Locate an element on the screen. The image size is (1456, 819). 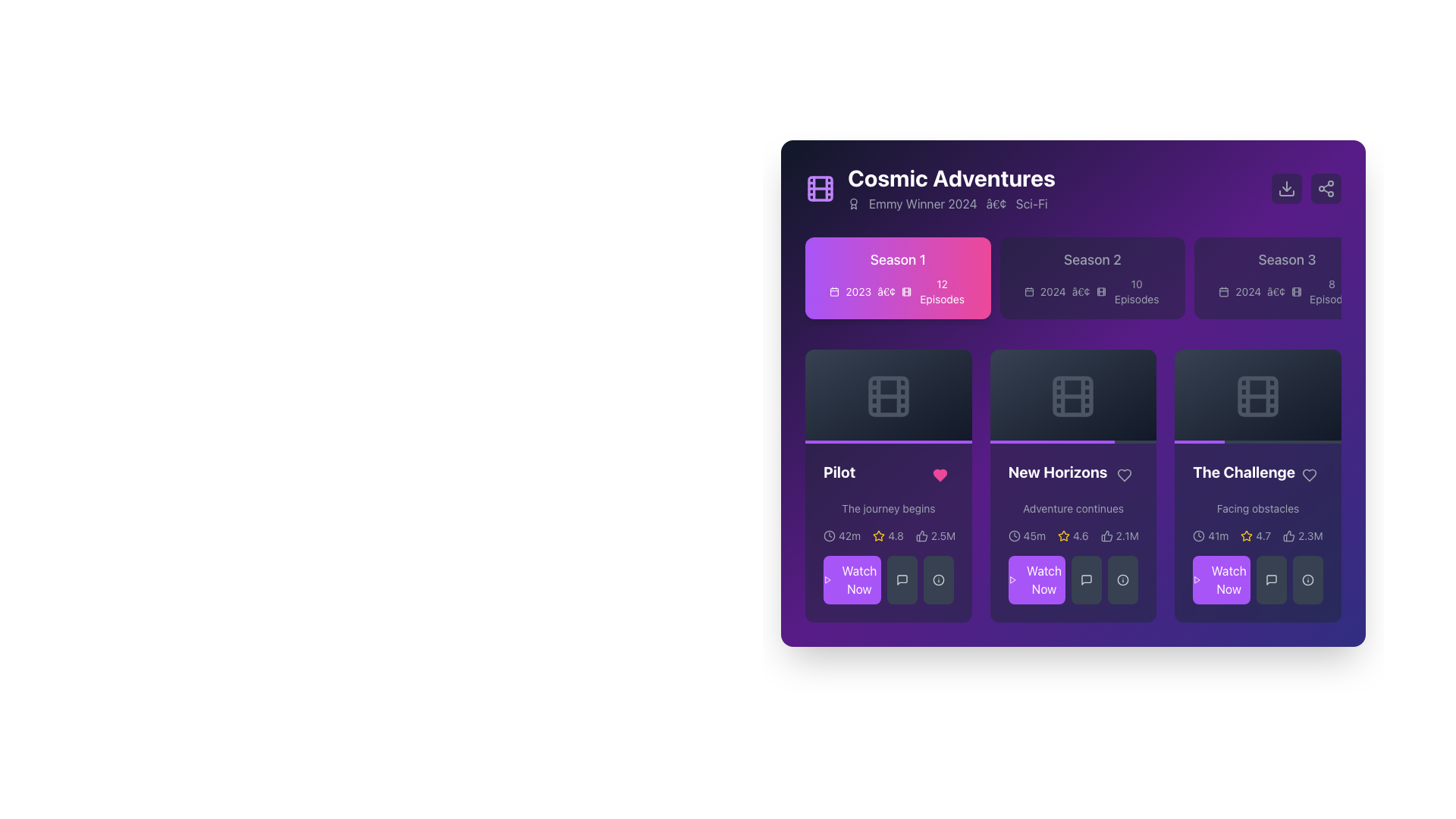
the text label that provides additional context for the 'New Horizons' episode, located directly below the episode title is located at coordinates (1072, 508).